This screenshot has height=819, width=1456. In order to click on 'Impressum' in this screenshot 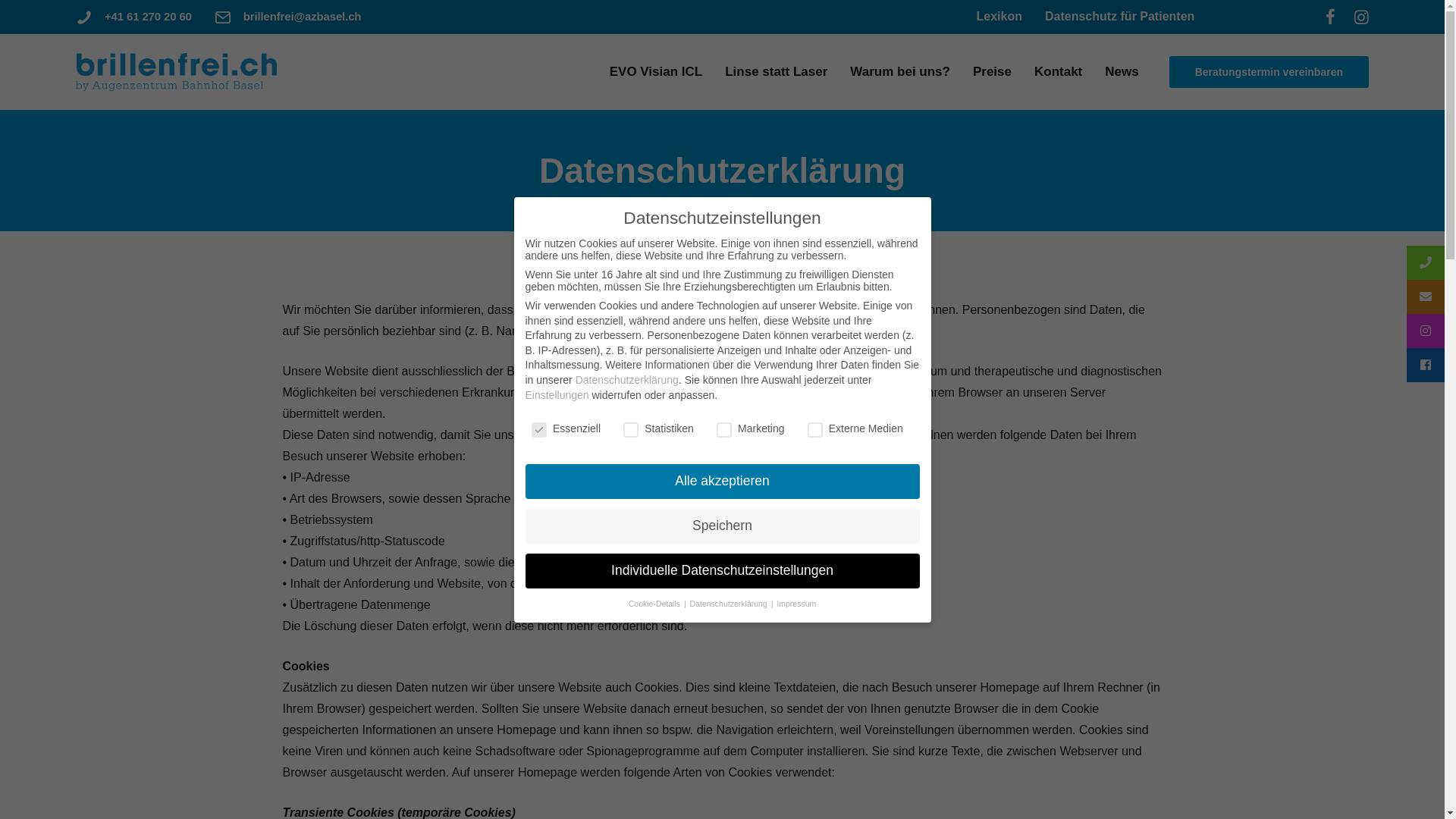, I will do `click(795, 602)`.